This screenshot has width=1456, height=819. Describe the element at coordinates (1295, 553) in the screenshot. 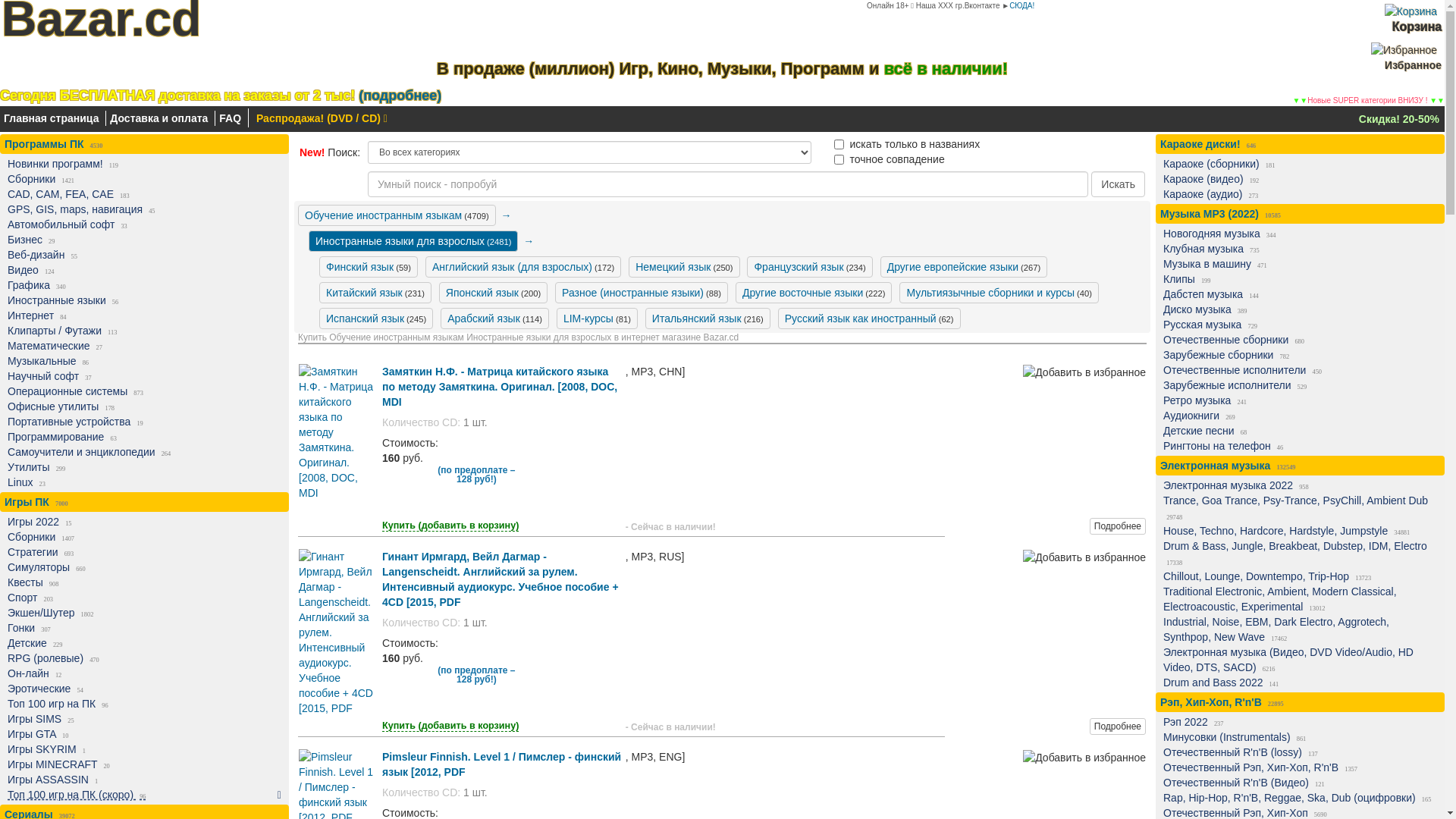

I see `'Drum & Bass, Jungle, Breakbeat, Dubstep, IDM, Electro 17338'` at that location.